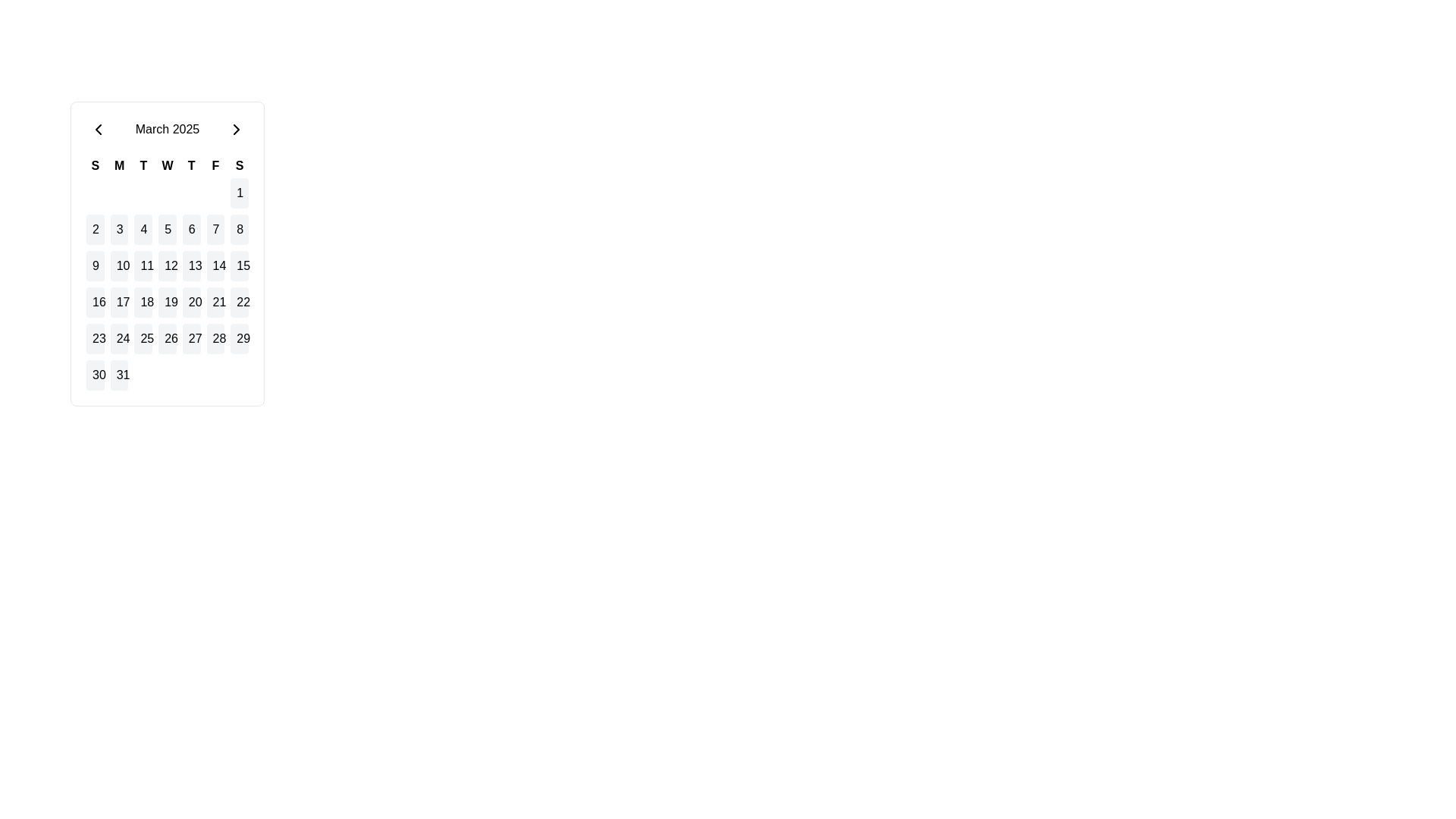  Describe the element at coordinates (190, 166) in the screenshot. I see `the bold letter 'T' in the header row of the calendar grid for March 2025` at that location.